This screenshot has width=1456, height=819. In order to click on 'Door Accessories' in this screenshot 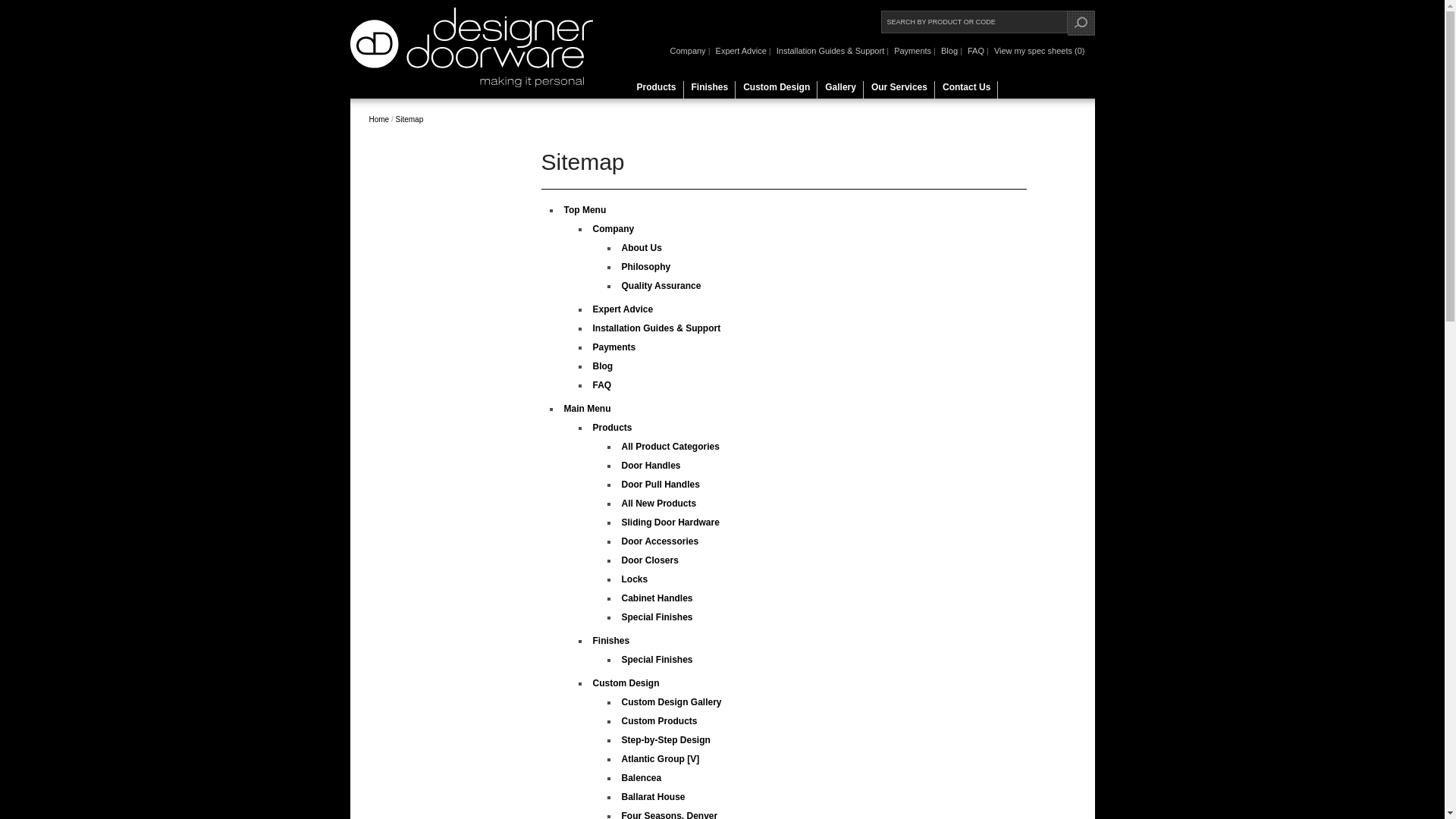, I will do `click(660, 540)`.